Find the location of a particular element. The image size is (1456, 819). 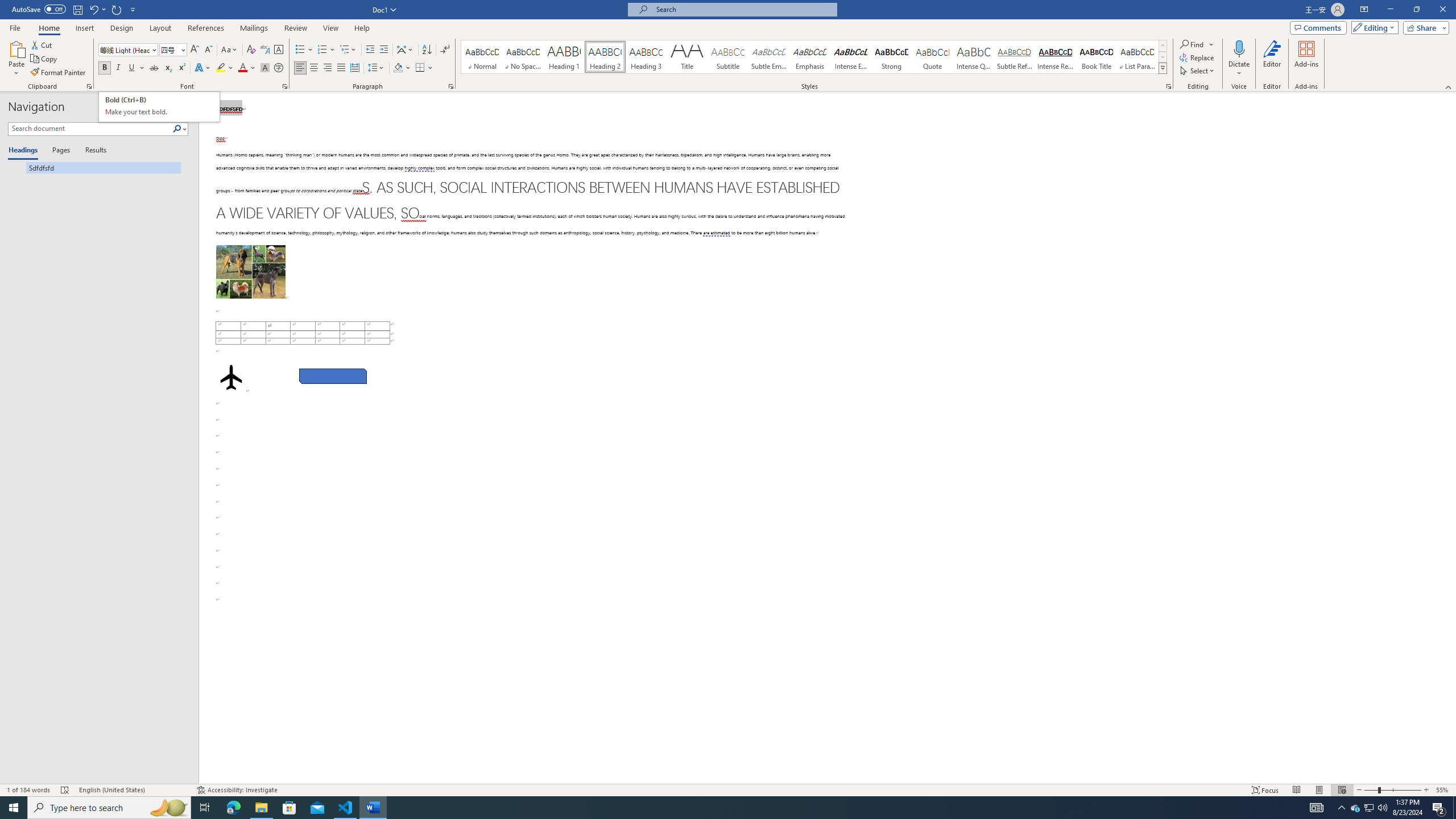

'Mailings' is located at coordinates (253, 28).